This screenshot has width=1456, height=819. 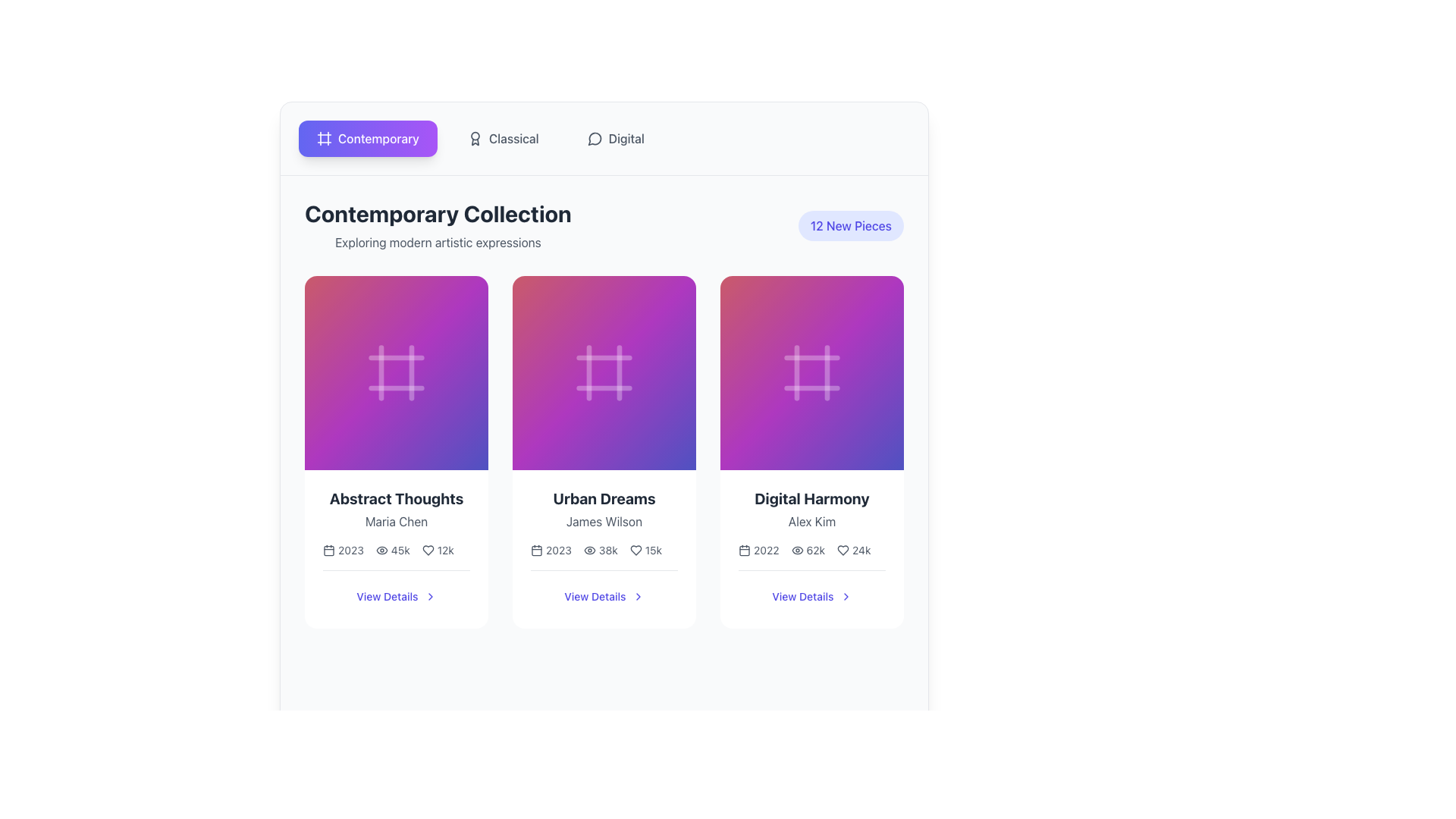 What do you see at coordinates (615, 138) in the screenshot?
I see `the 'Digital' category button, which is the third button in a row of three at the top of the page, to update the content` at bounding box center [615, 138].